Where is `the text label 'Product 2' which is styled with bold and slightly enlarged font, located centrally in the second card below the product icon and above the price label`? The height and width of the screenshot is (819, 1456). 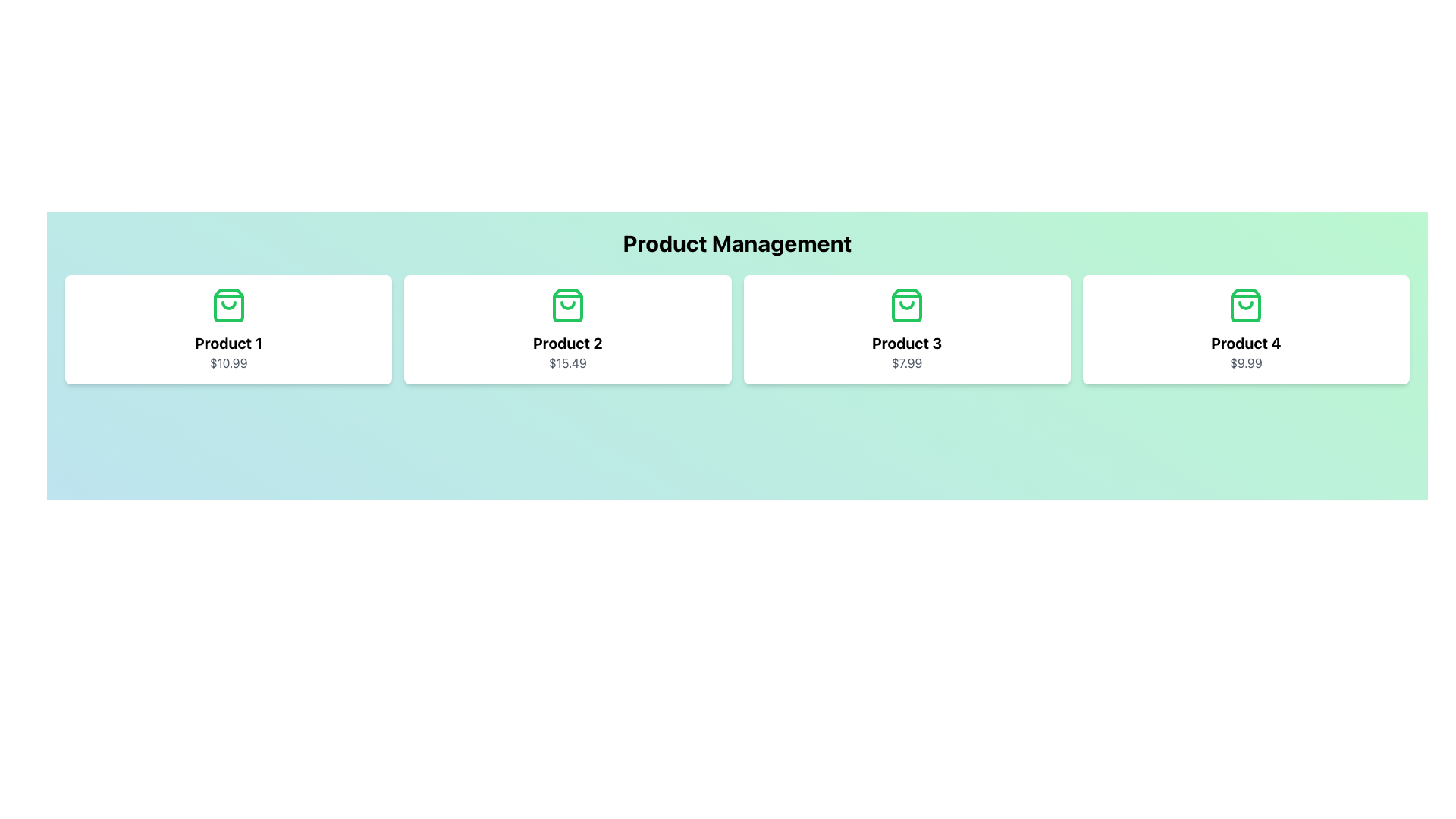
the text label 'Product 2' which is styled with bold and slightly enlarged font, located centrally in the second card below the product icon and above the price label is located at coordinates (566, 343).